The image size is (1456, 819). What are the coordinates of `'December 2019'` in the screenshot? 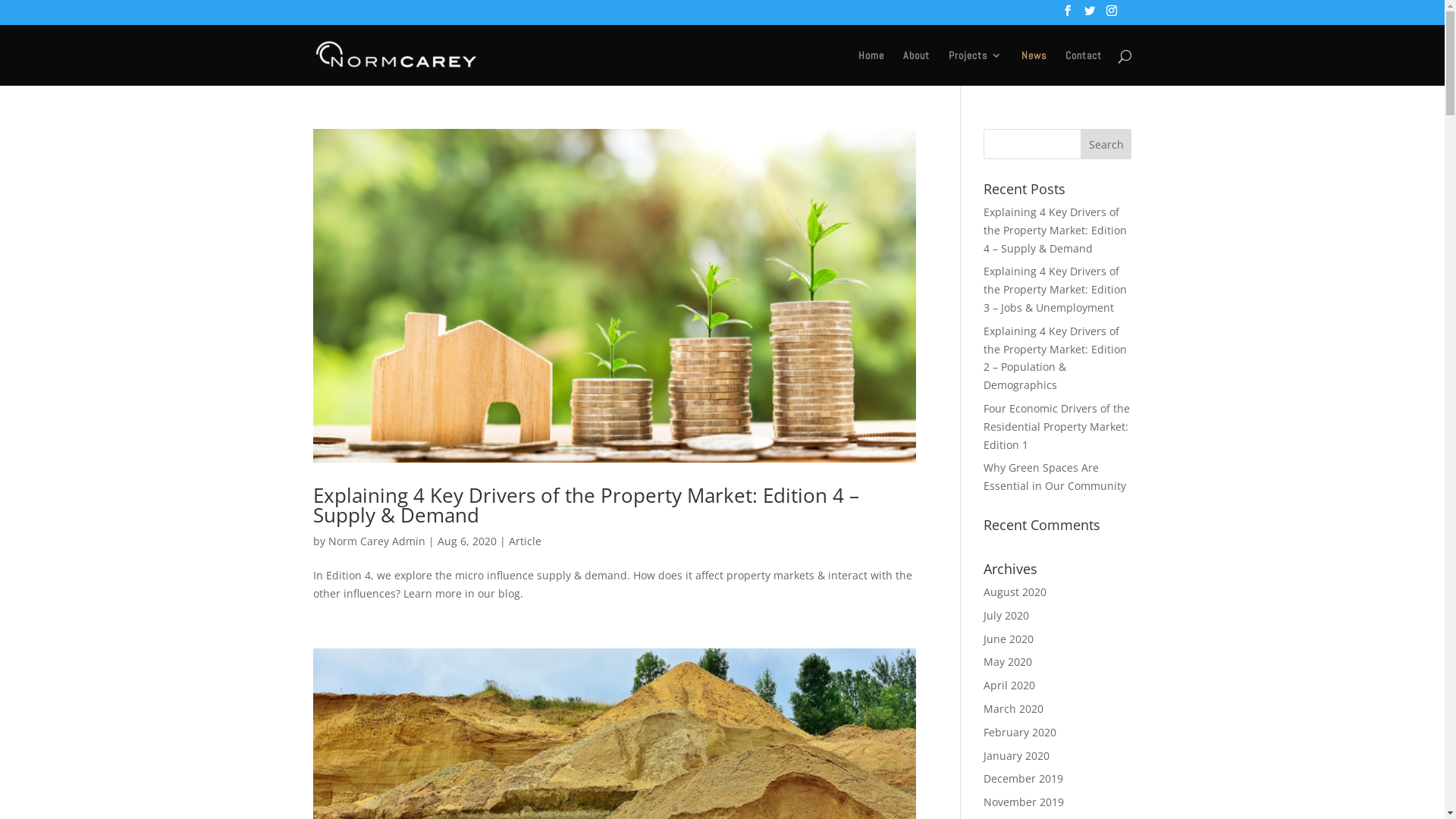 It's located at (1023, 778).